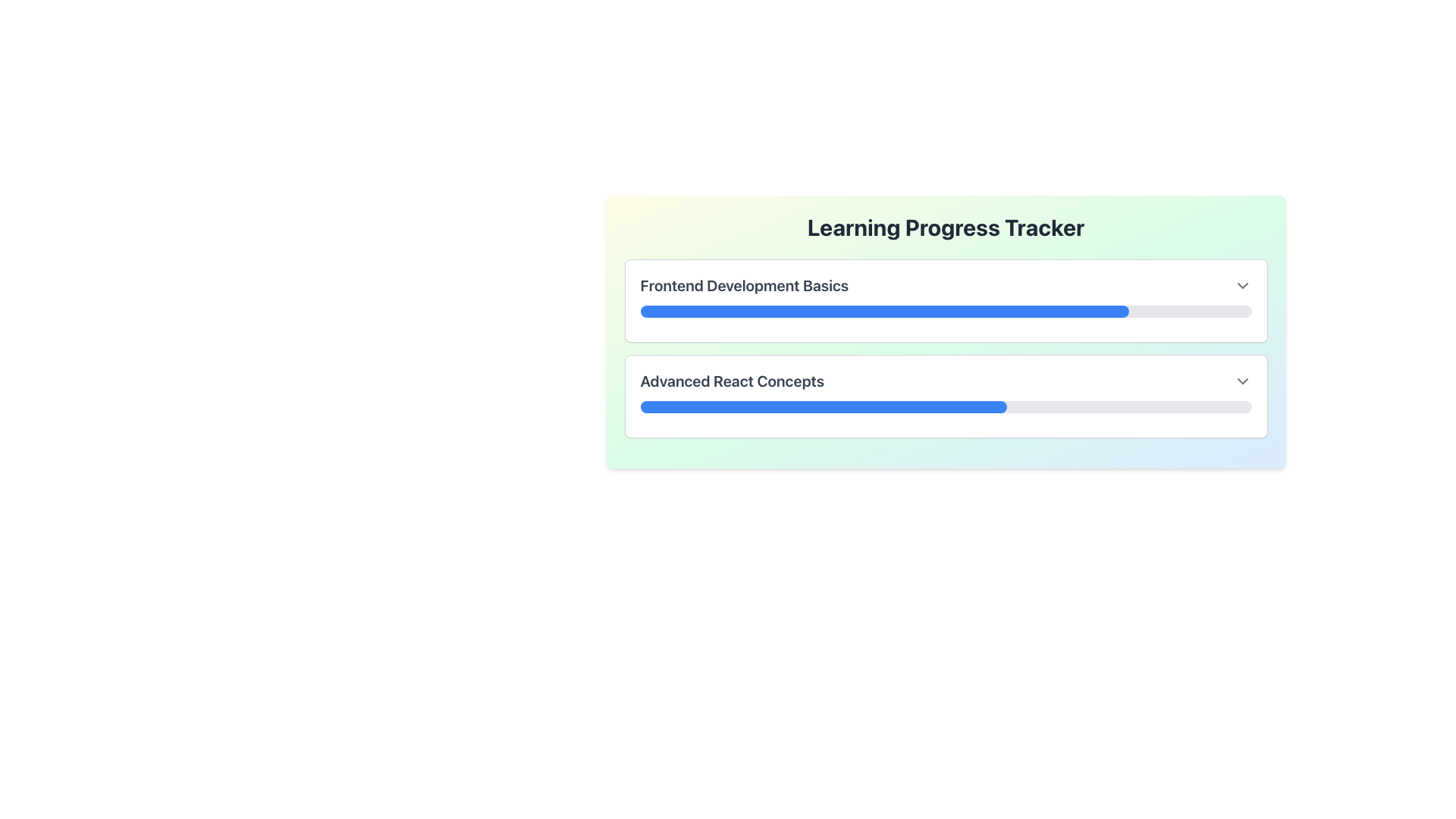  I want to click on the horizontal progress bar located directly below the 'Frontend Development Basics' title to interact with it, so click(945, 311).